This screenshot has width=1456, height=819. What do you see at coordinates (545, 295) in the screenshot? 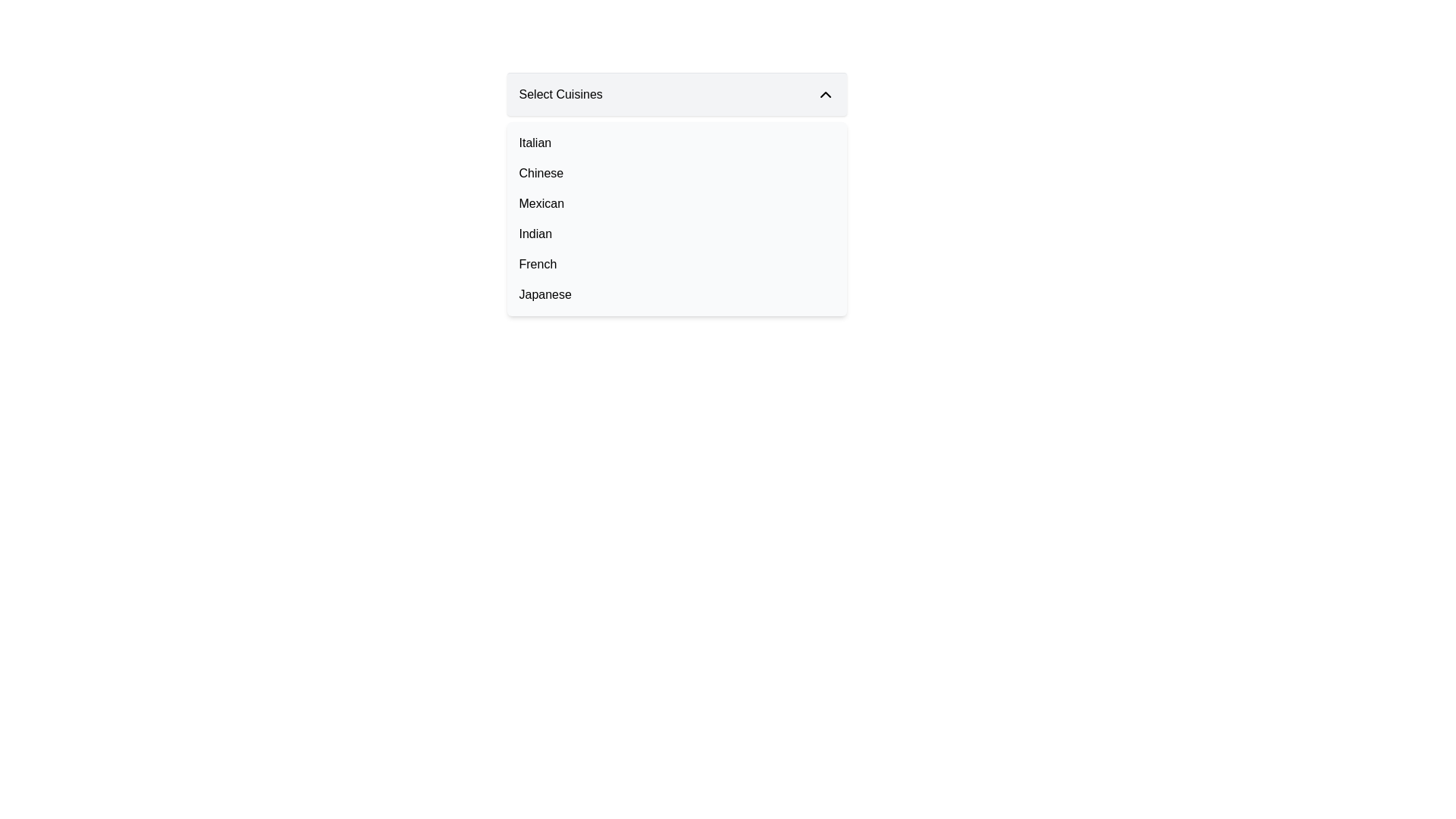
I see `the 'Japanese' cuisine text label, which is the sixth item in the dropdown menu under 'Select Cuisines.'` at bounding box center [545, 295].